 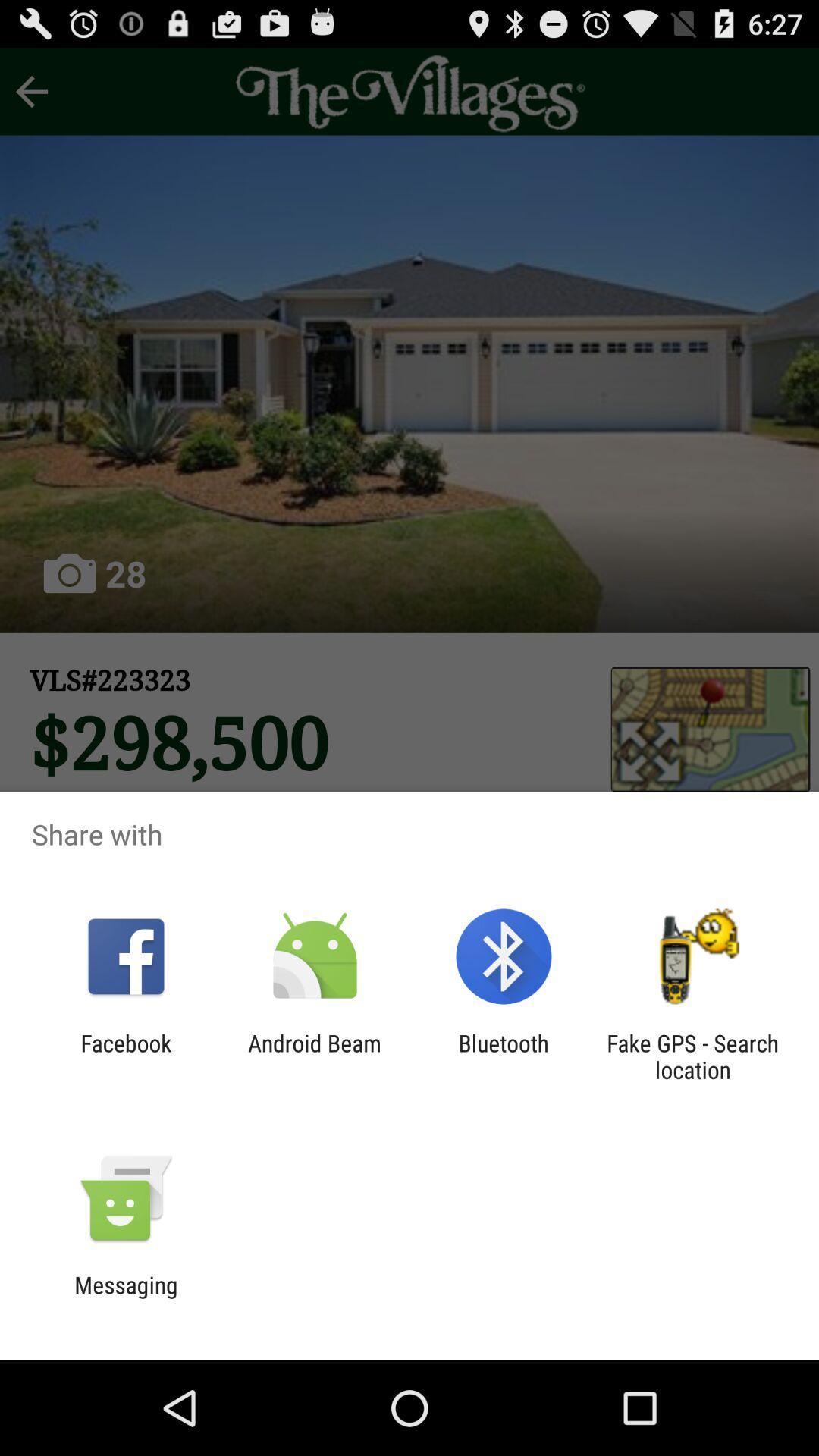 What do you see at coordinates (125, 1298) in the screenshot?
I see `the messaging item` at bounding box center [125, 1298].